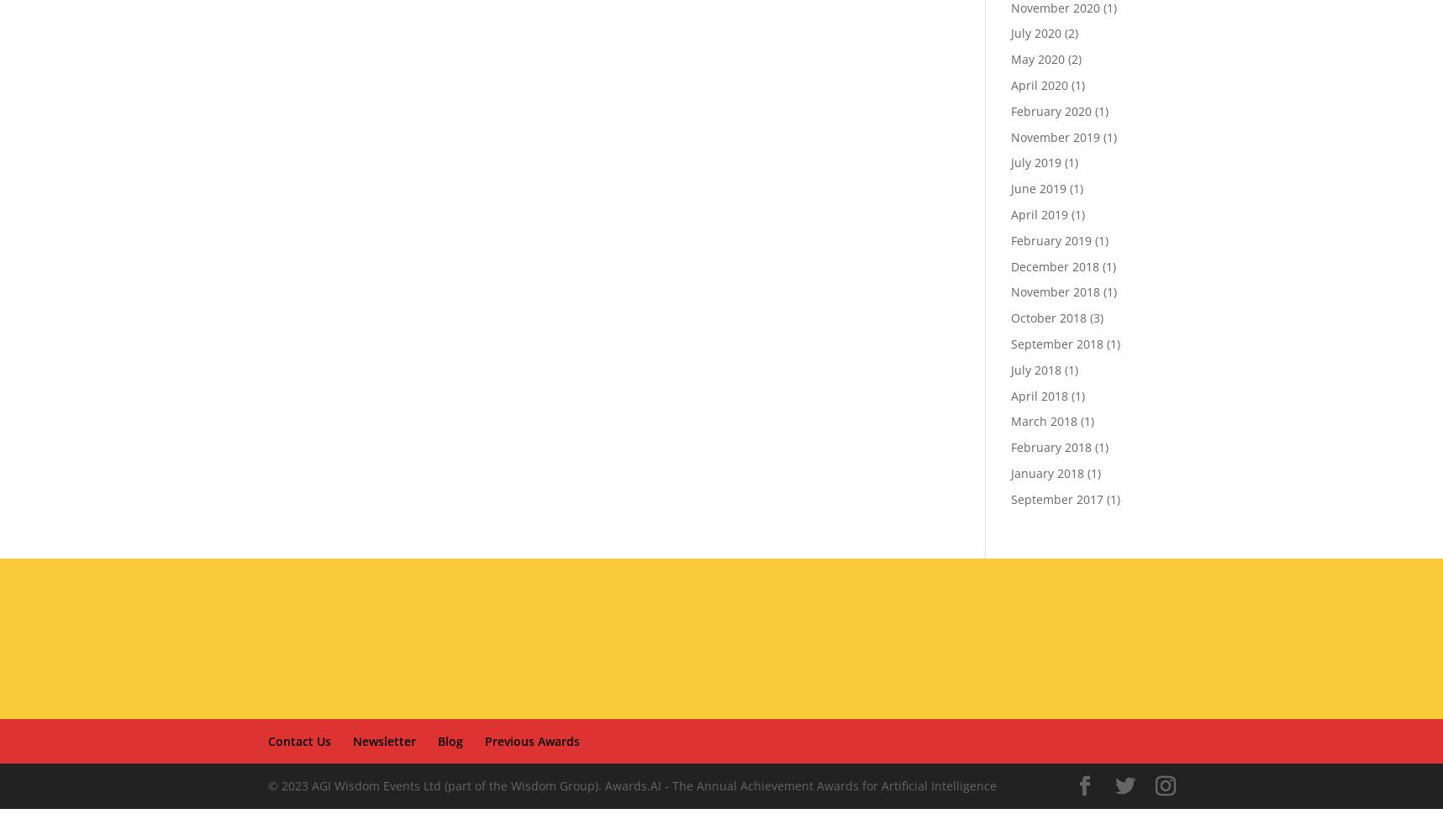  What do you see at coordinates (1037, 58) in the screenshot?
I see `'May 2020'` at bounding box center [1037, 58].